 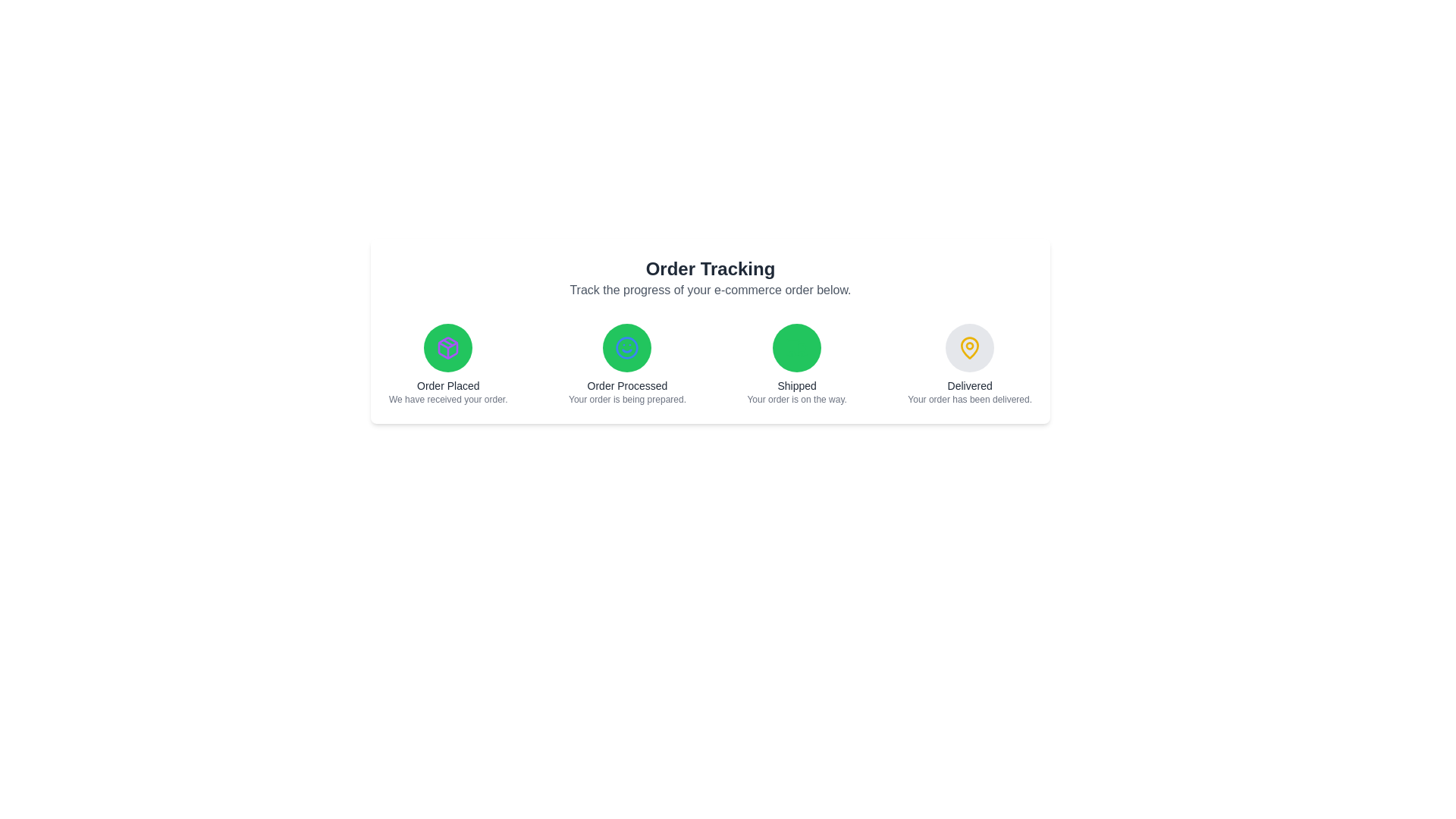 I want to click on the green circular icon with a truck symbol and the text 'Shipped' along with the description 'Your order is on the way.' in the progress tracker stage indicator, so click(x=796, y=365).